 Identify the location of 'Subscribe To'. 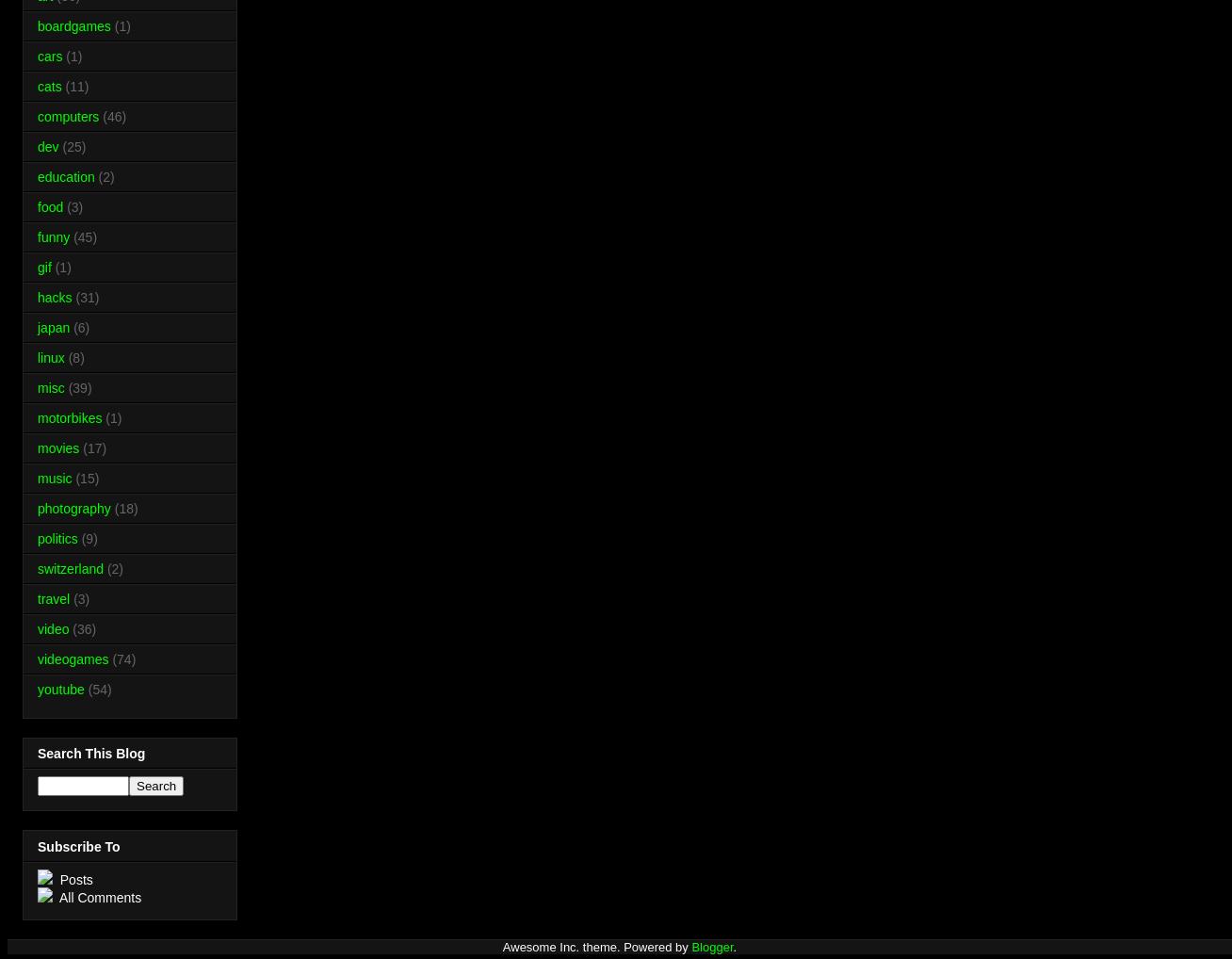
(38, 845).